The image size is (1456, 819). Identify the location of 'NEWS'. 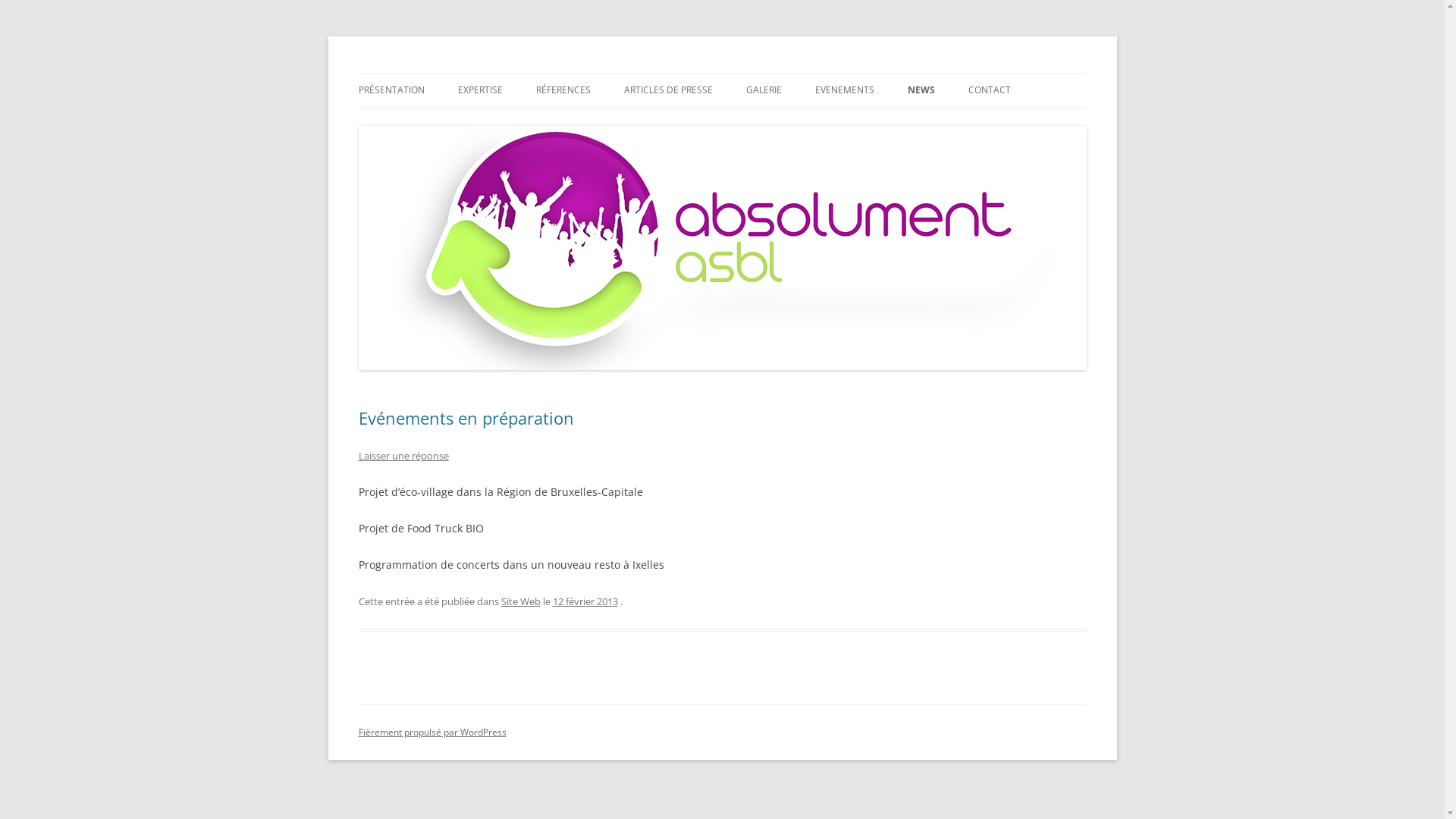
(920, 90).